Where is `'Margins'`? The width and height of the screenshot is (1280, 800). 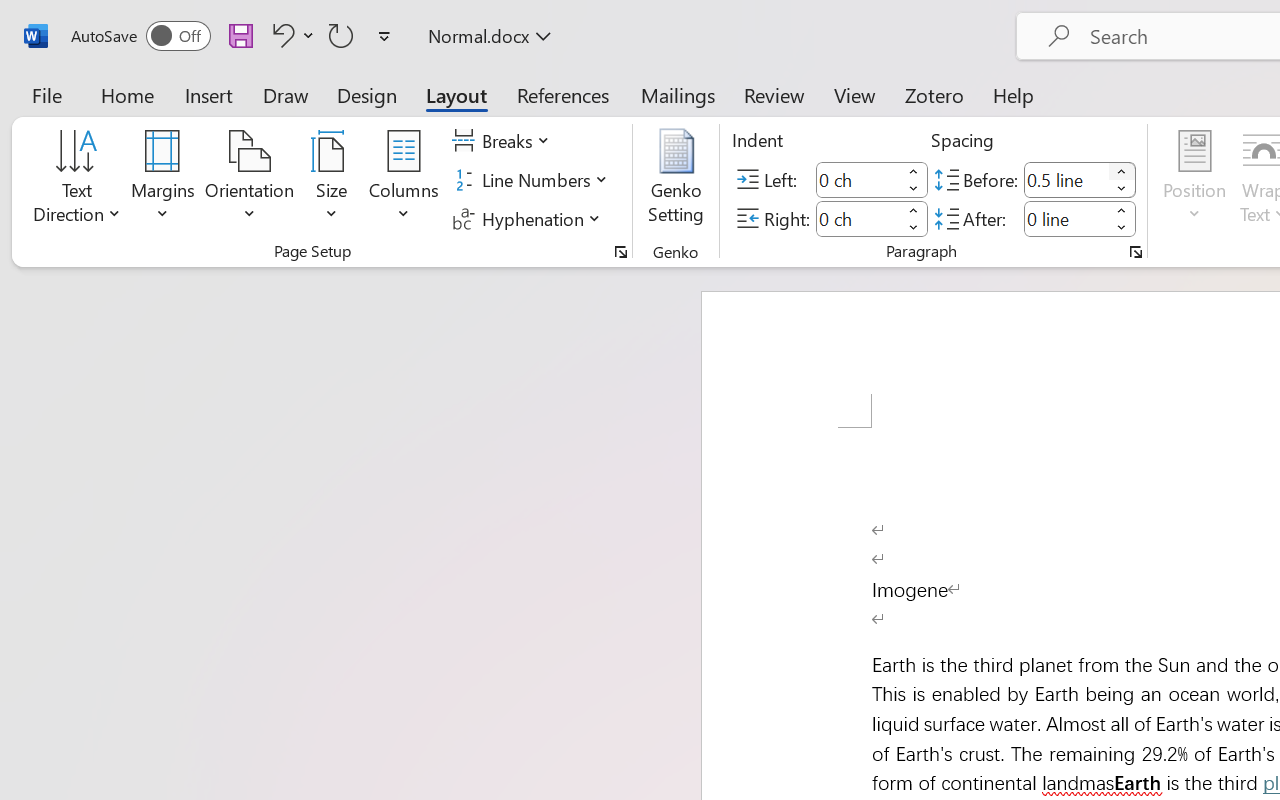
'Margins' is located at coordinates (163, 179).